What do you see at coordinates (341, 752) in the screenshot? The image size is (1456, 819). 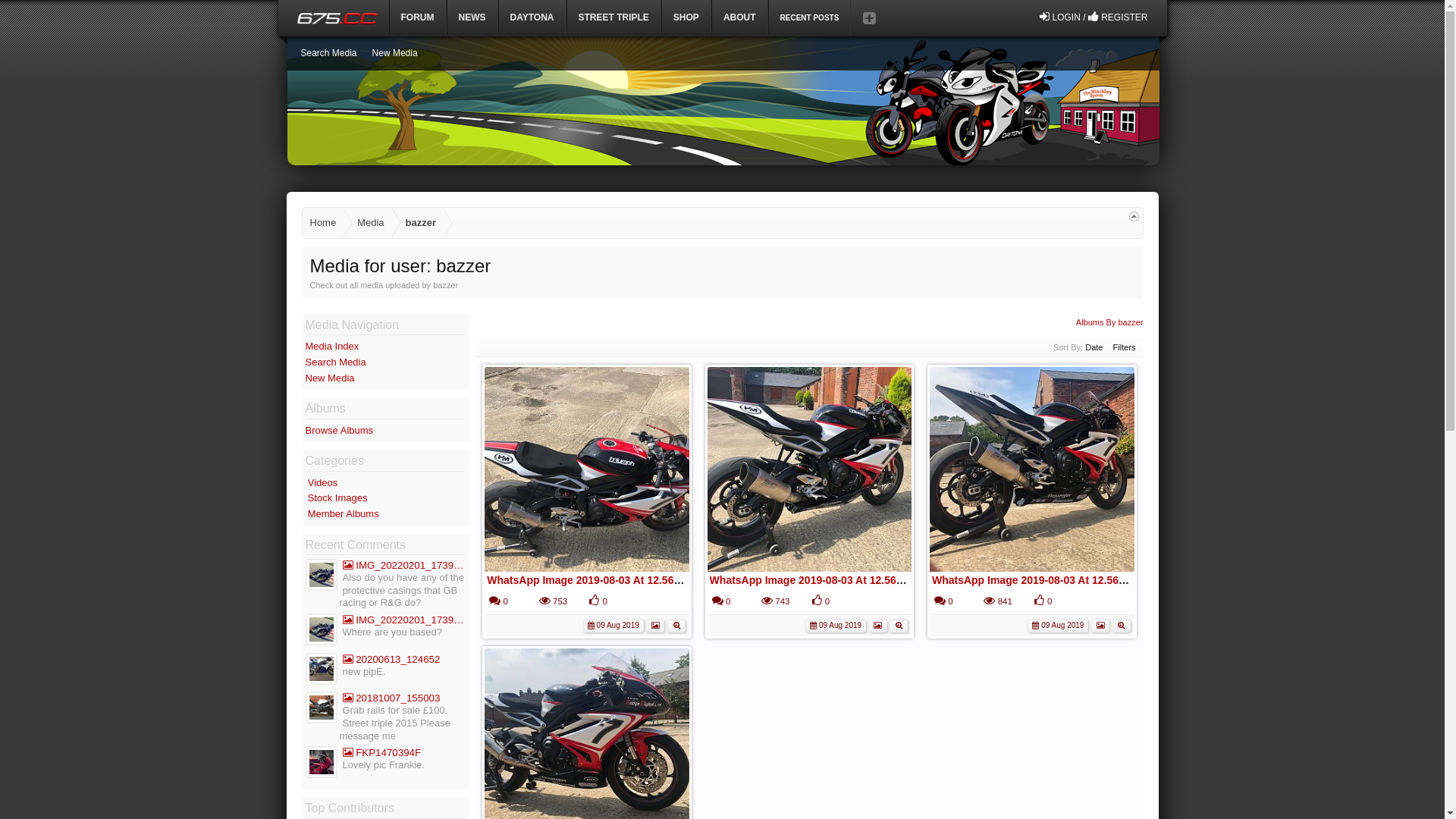 I see `'FKP1470394F'` at bounding box center [341, 752].